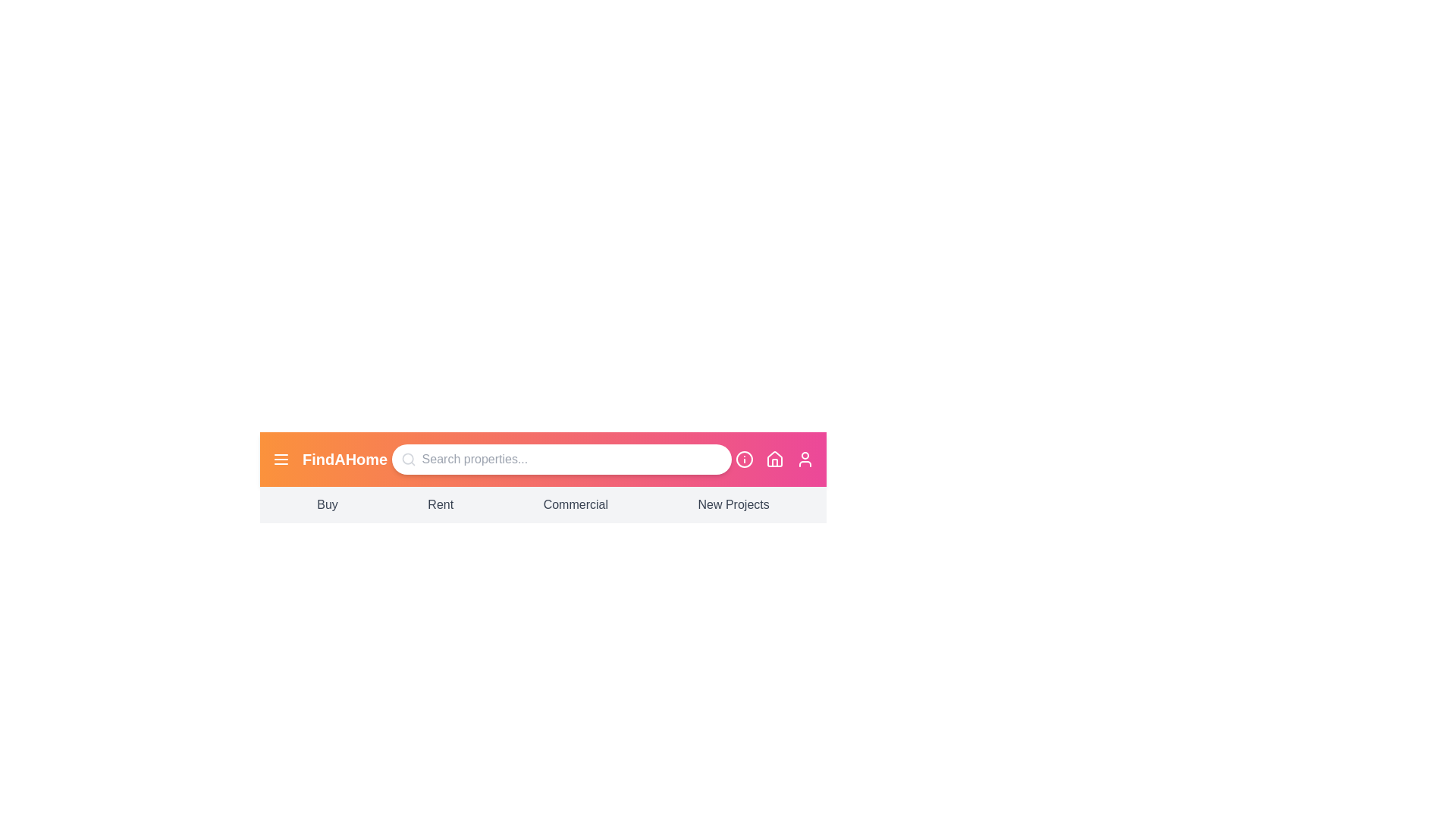  Describe the element at coordinates (574, 505) in the screenshot. I see `the property category Commercial by clicking on its respective label` at that location.